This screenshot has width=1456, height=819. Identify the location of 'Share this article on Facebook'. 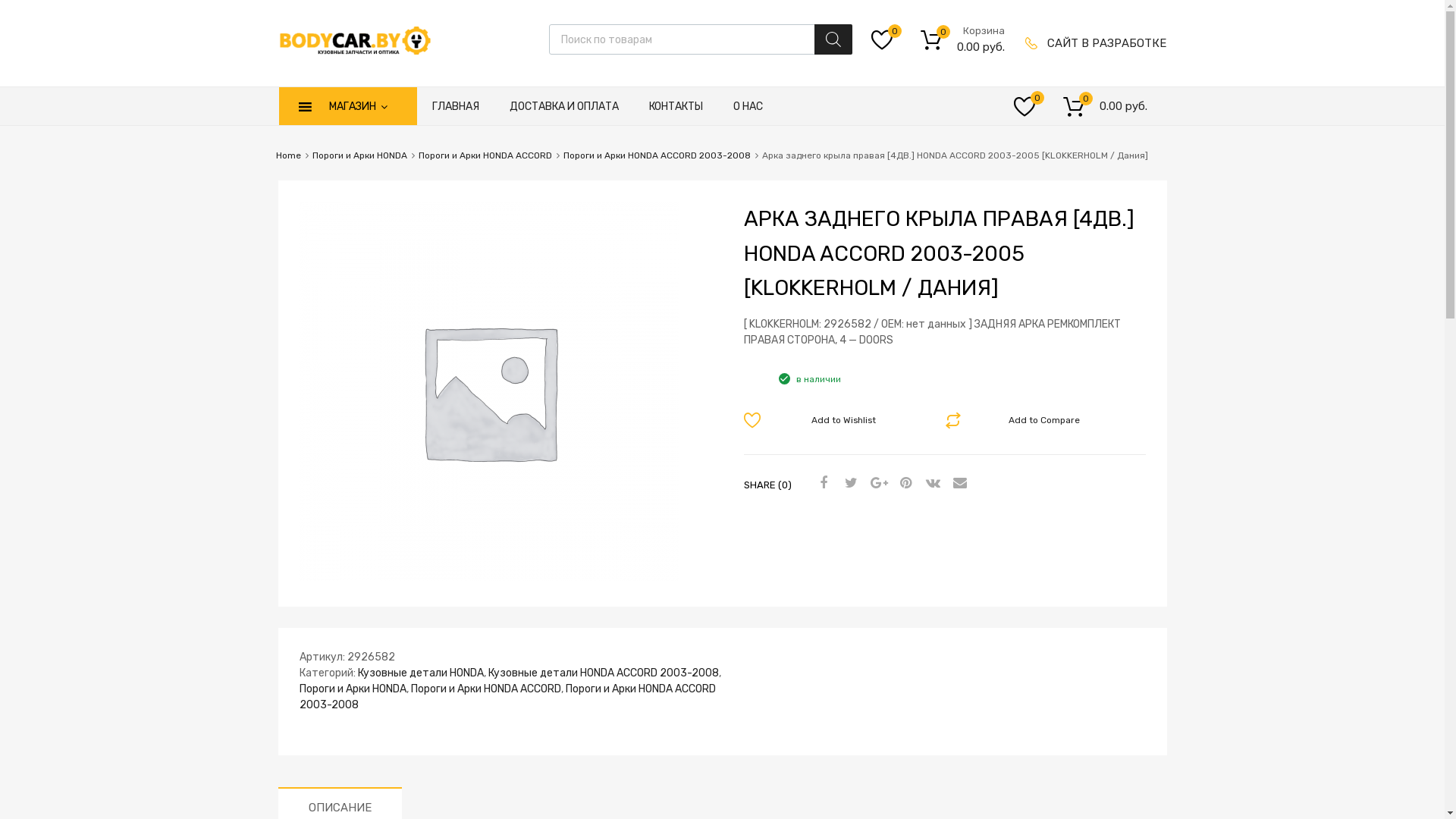
(821, 483).